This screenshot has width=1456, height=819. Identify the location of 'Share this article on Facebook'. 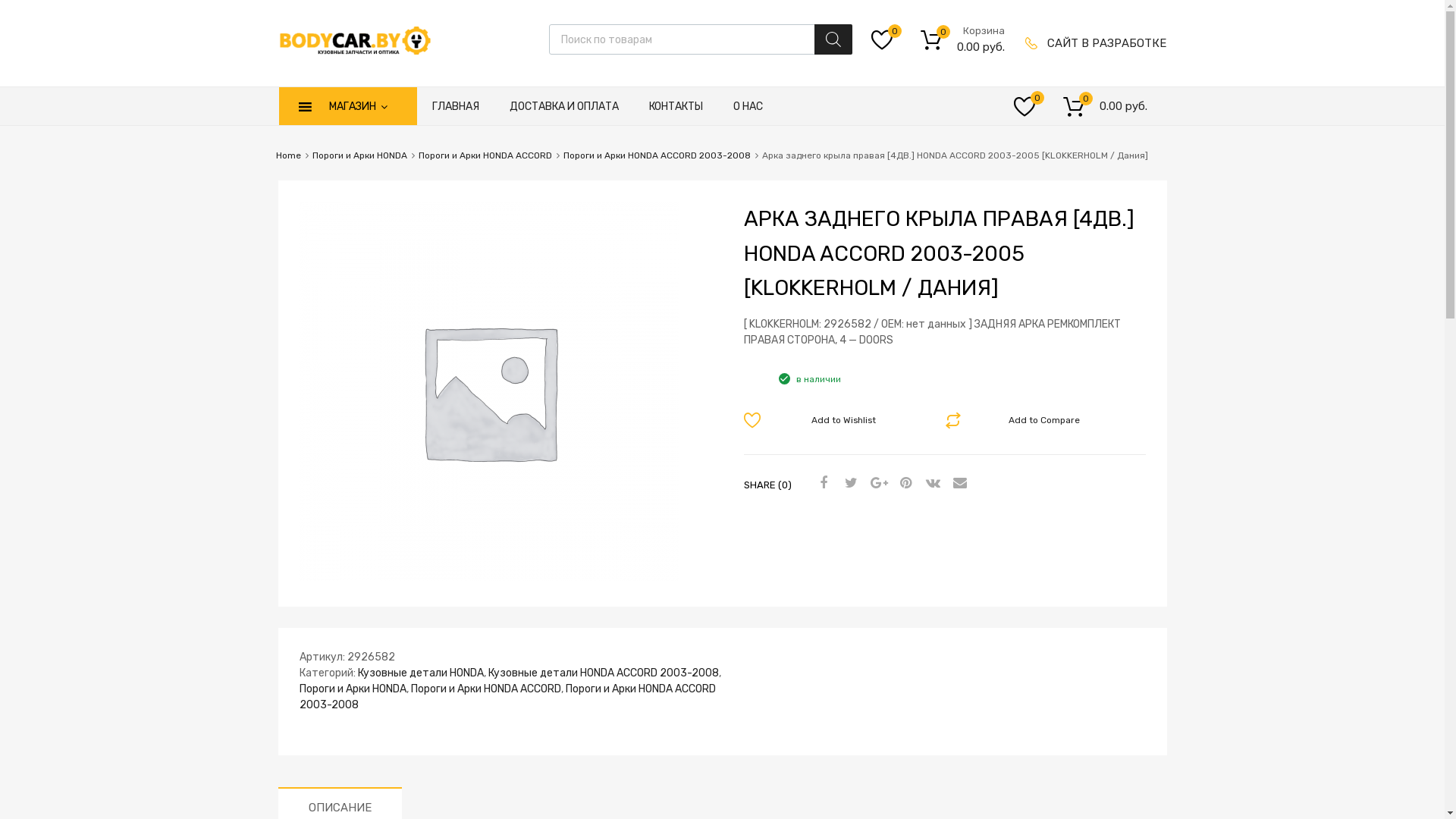
(821, 483).